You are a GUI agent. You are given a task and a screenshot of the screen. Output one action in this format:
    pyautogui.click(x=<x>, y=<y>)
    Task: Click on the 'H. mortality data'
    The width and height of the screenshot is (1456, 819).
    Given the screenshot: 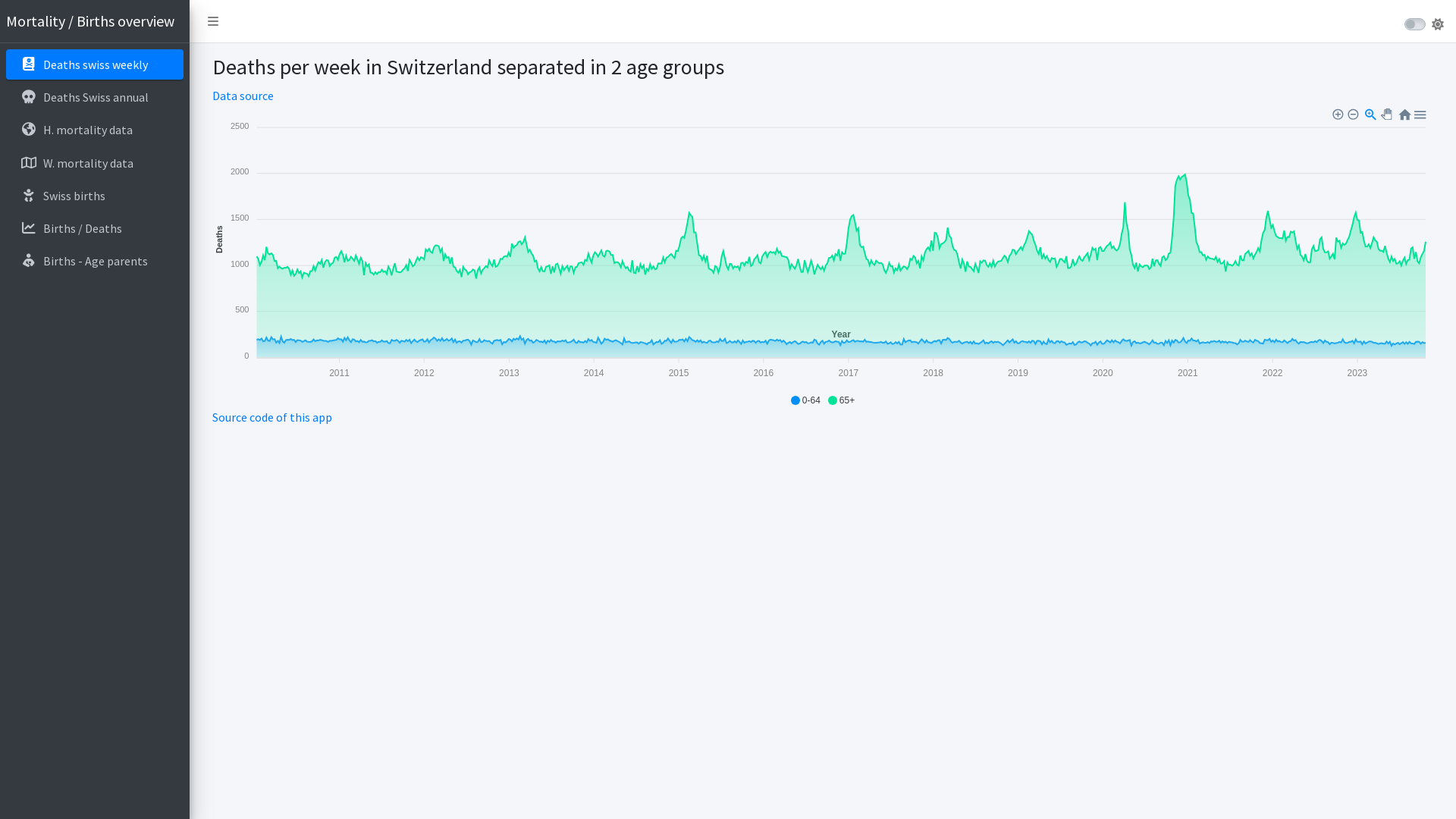 What is the action you would take?
    pyautogui.click(x=93, y=128)
    